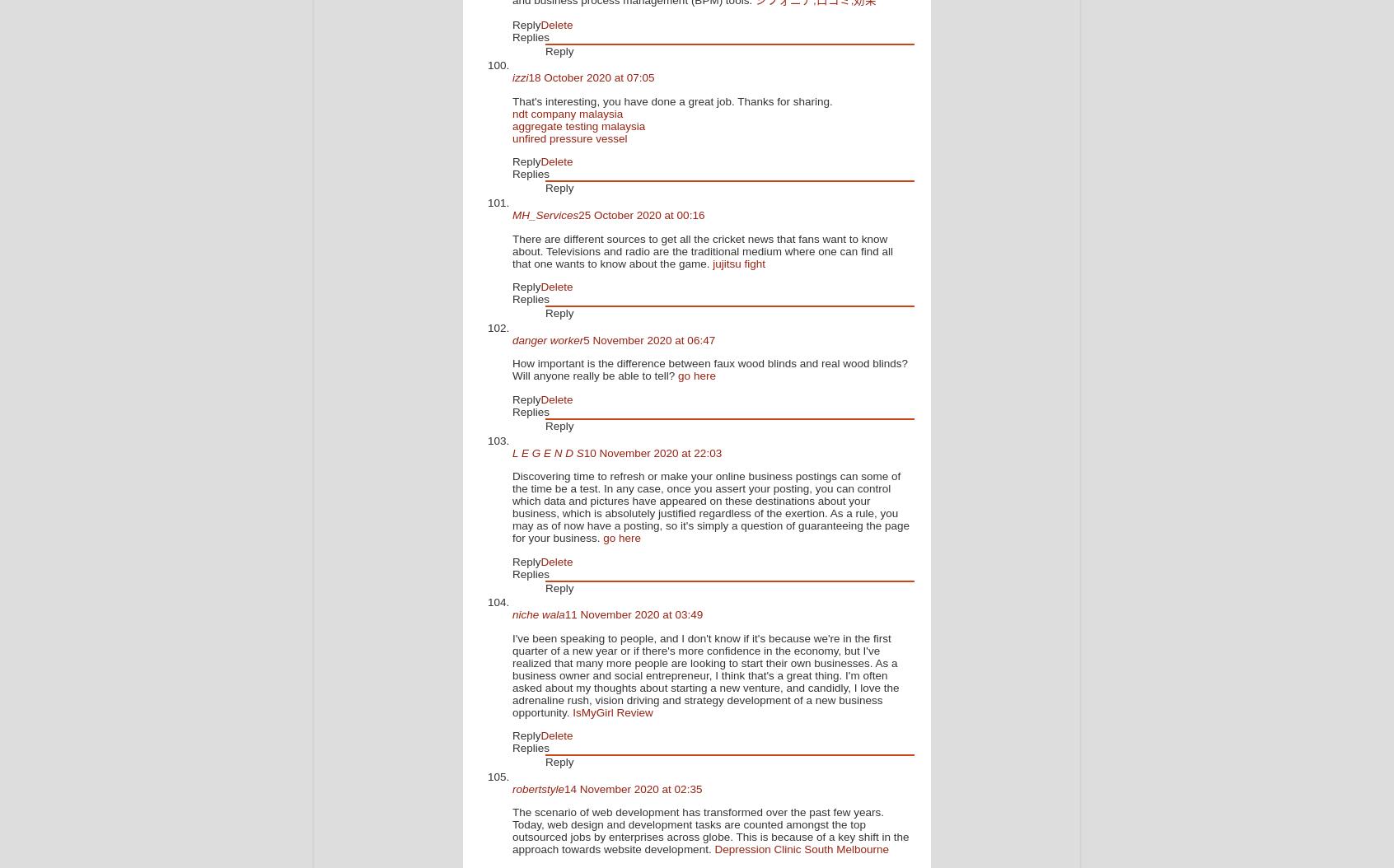 The height and width of the screenshot is (868, 1394). What do you see at coordinates (648, 338) in the screenshot?
I see `'5 November 2020 at 06:47'` at bounding box center [648, 338].